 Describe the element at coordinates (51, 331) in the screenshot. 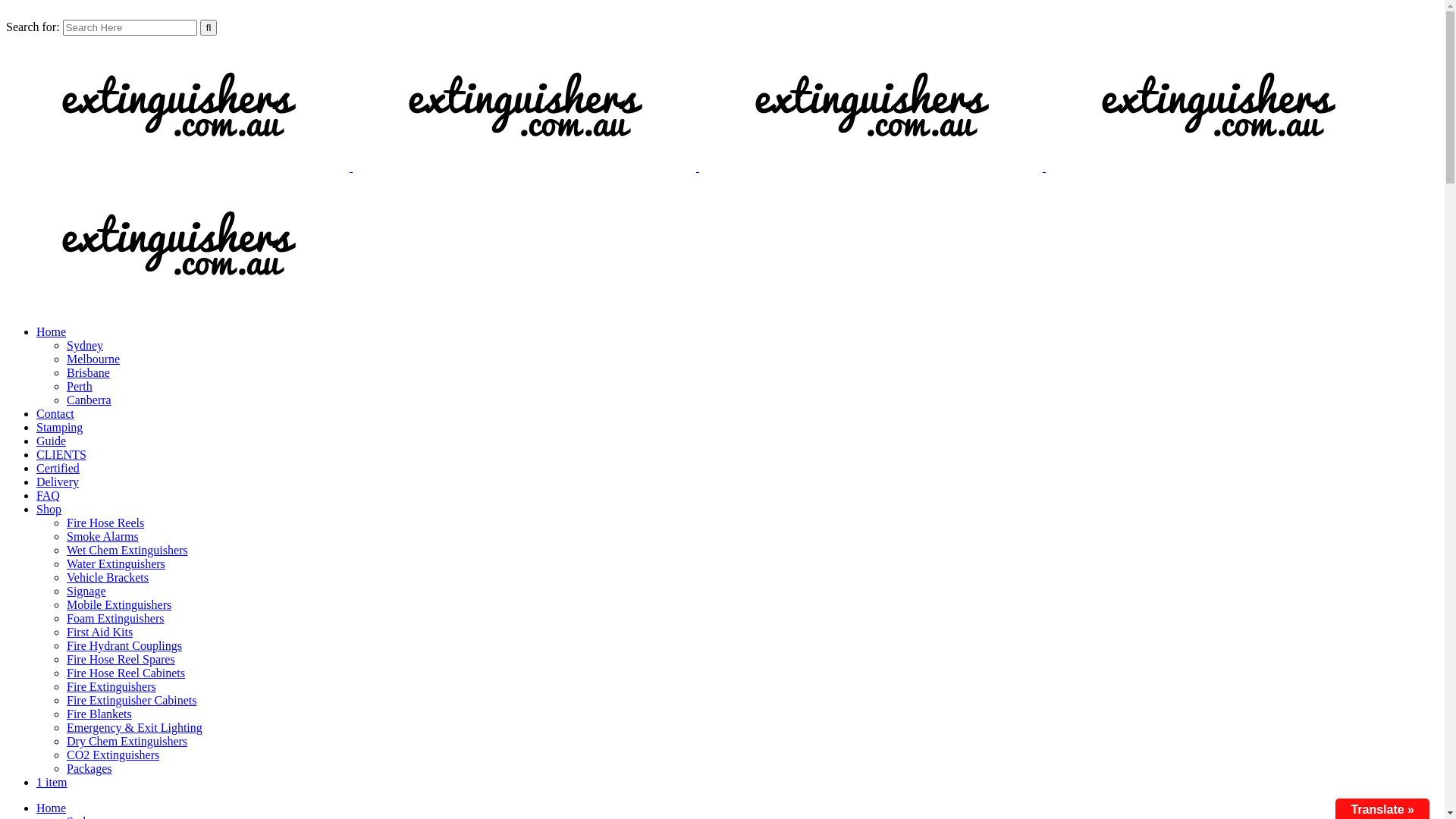

I see `'Home'` at that location.